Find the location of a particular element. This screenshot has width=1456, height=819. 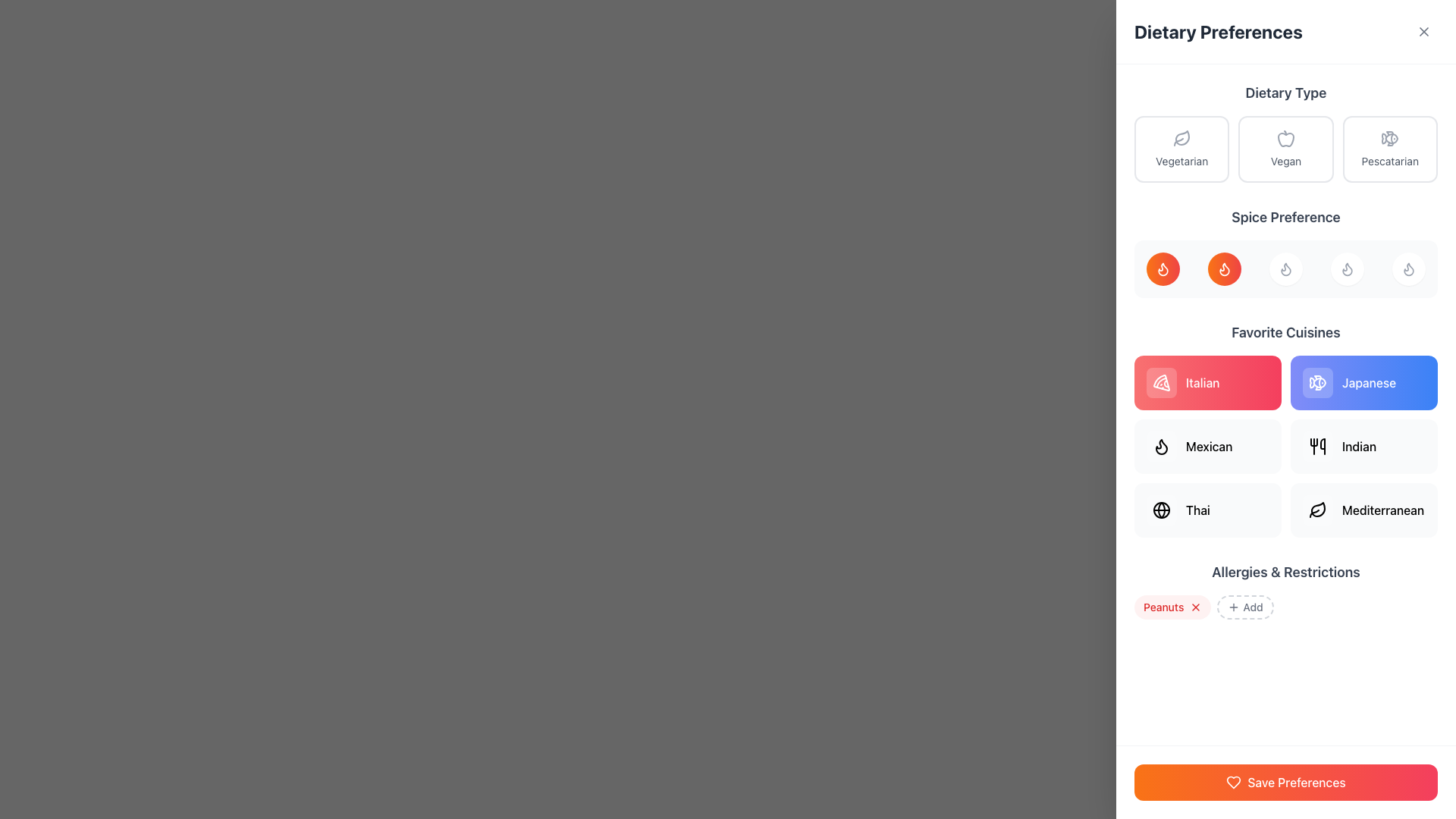

the decorative icon located on the left side of the 'Save Preferences' button to initiate interaction is located at coordinates (1234, 783).